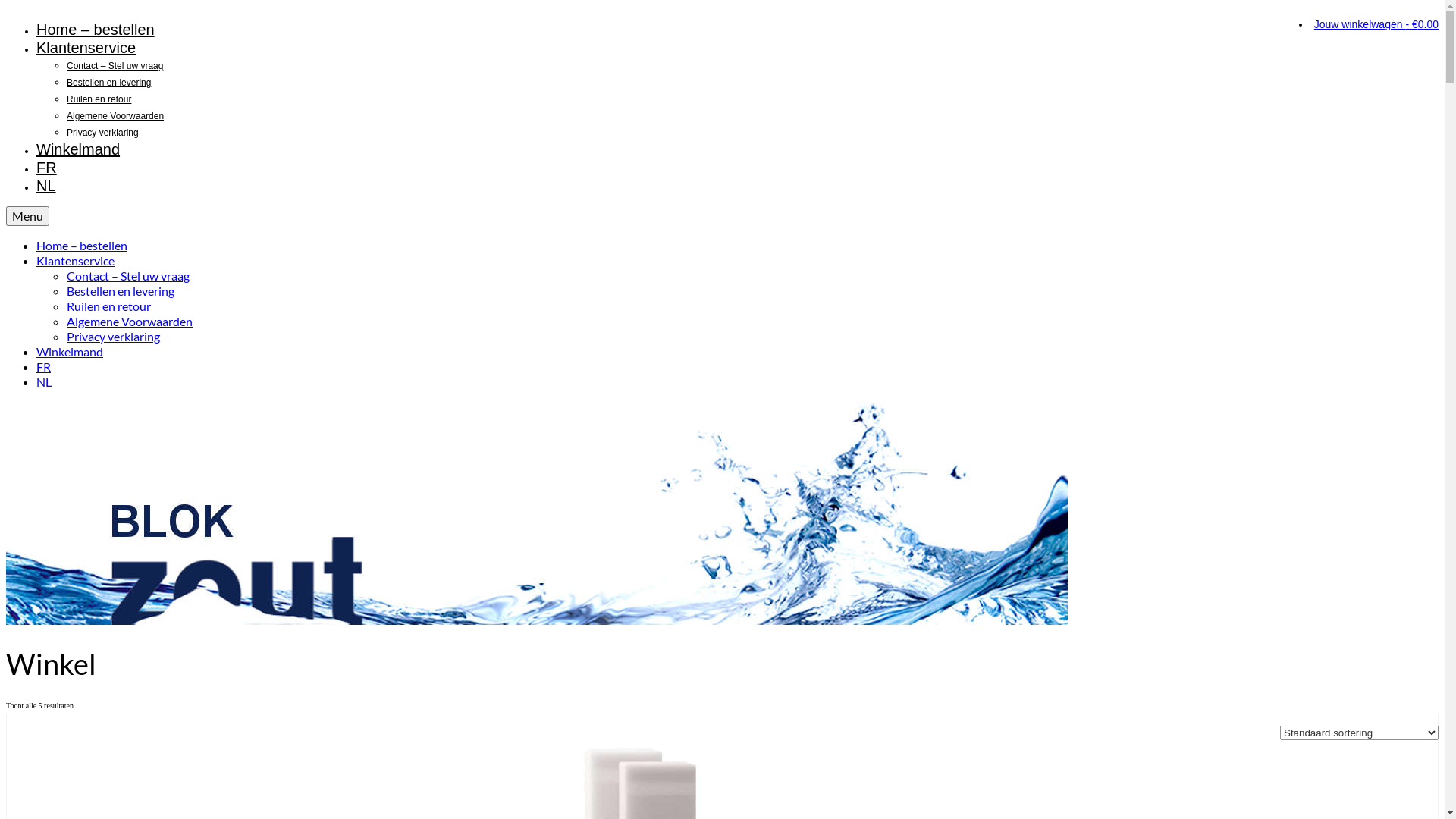 The width and height of the screenshot is (1456, 819). What do you see at coordinates (112, 335) in the screenshot?
I see `'Privacy verklaring'` at bounding box center [112, 335].